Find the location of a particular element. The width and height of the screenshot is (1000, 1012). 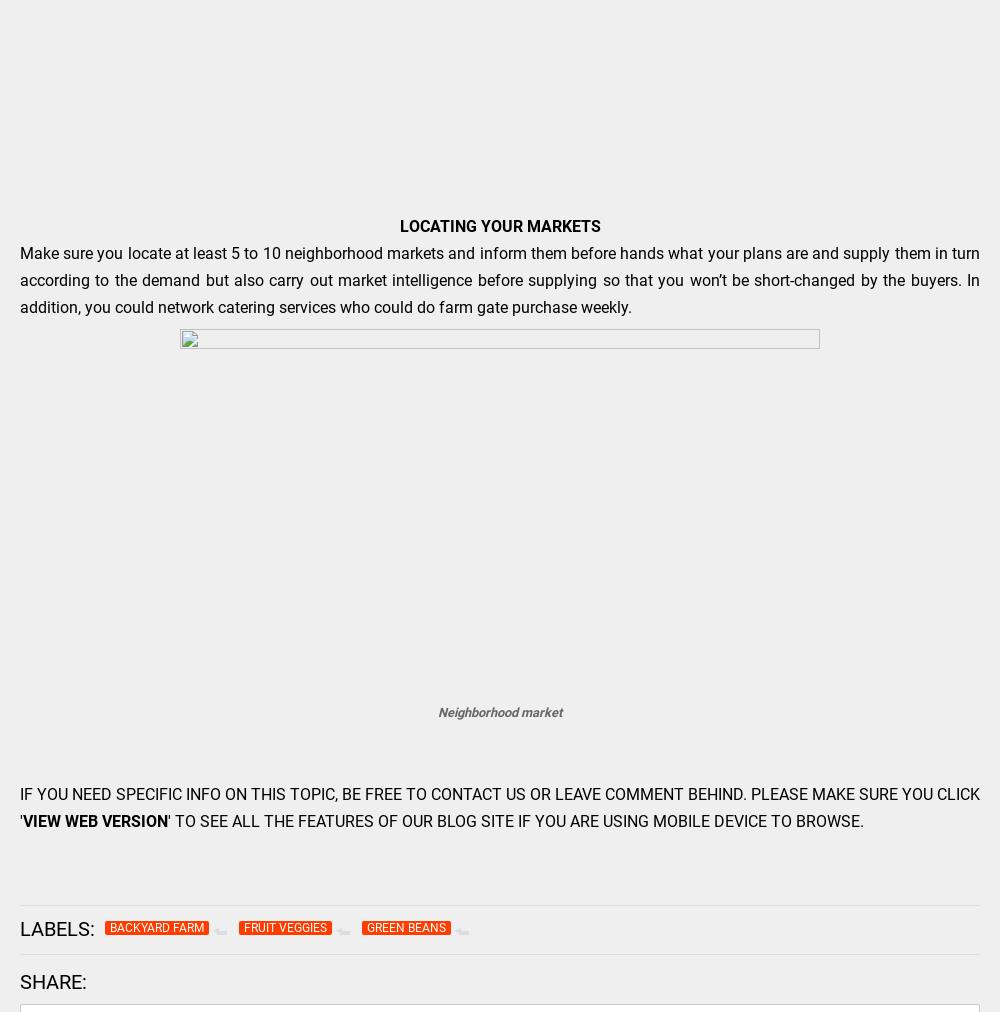

'FRUIT VEGGIES' is located at coordinates (243, 926).